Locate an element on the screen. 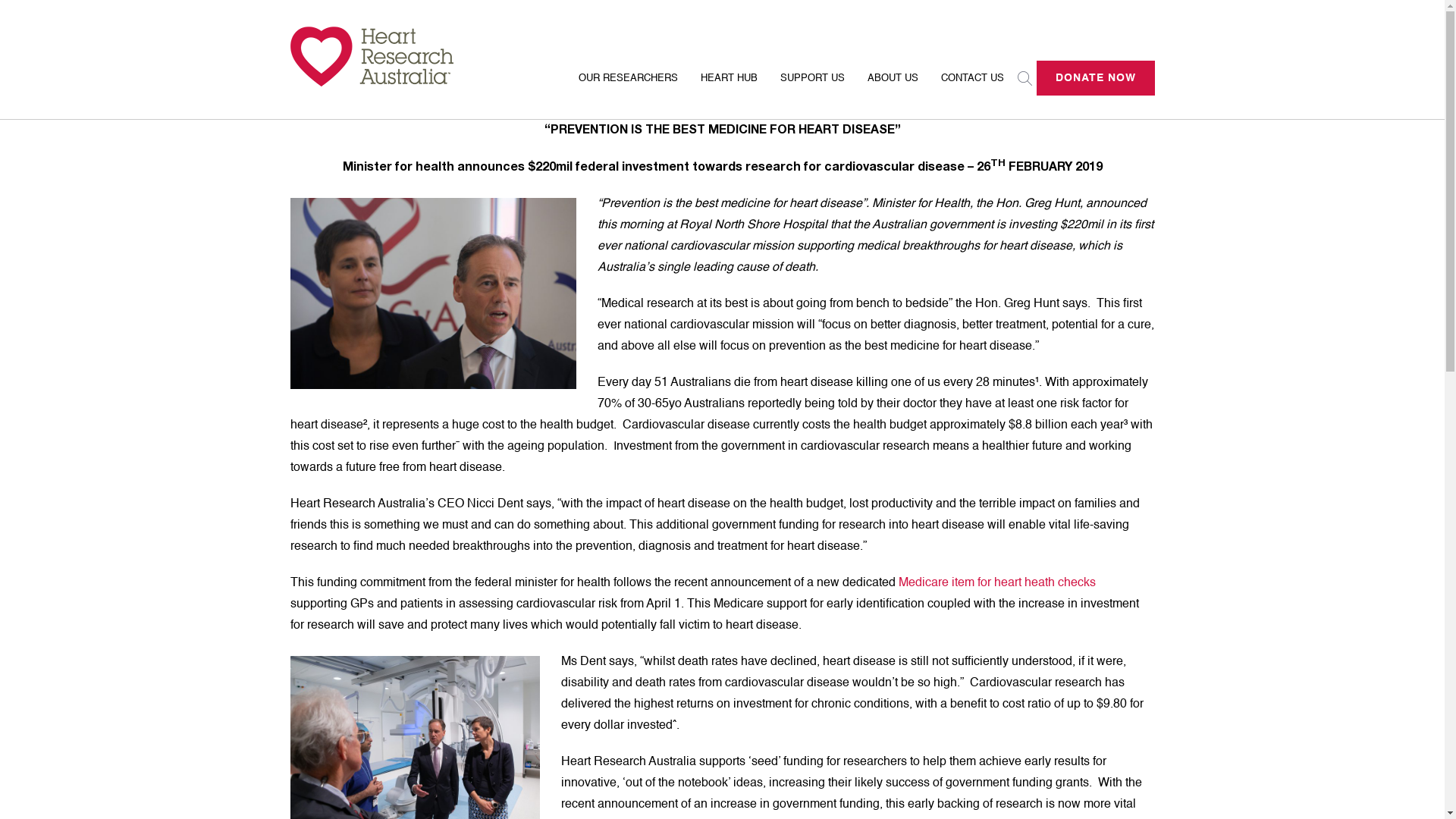  'DONATE NOW' is located at coordinates (1095, 78).